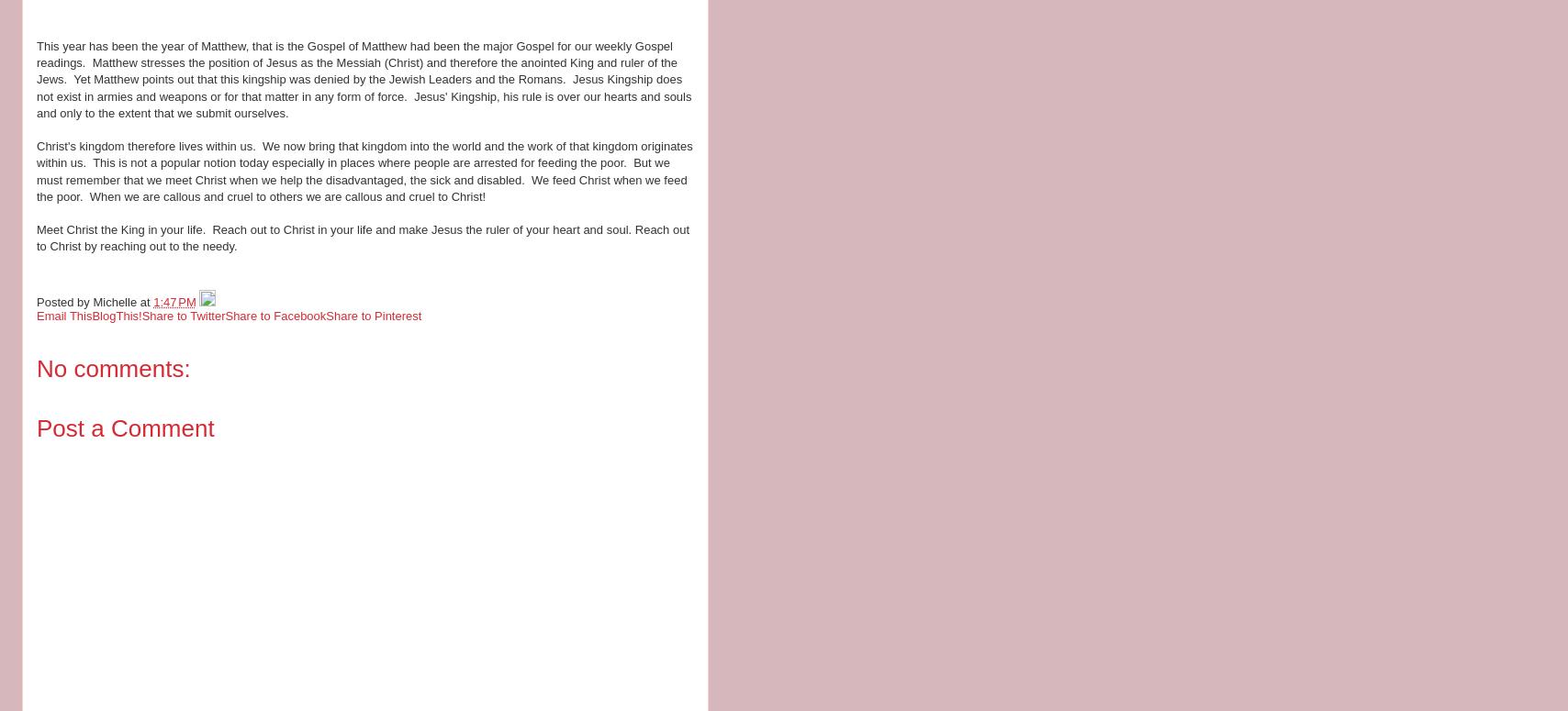 The height and width of the screenshot is (711, 1568). I want to click on 'Michelle', so click(92, 301).